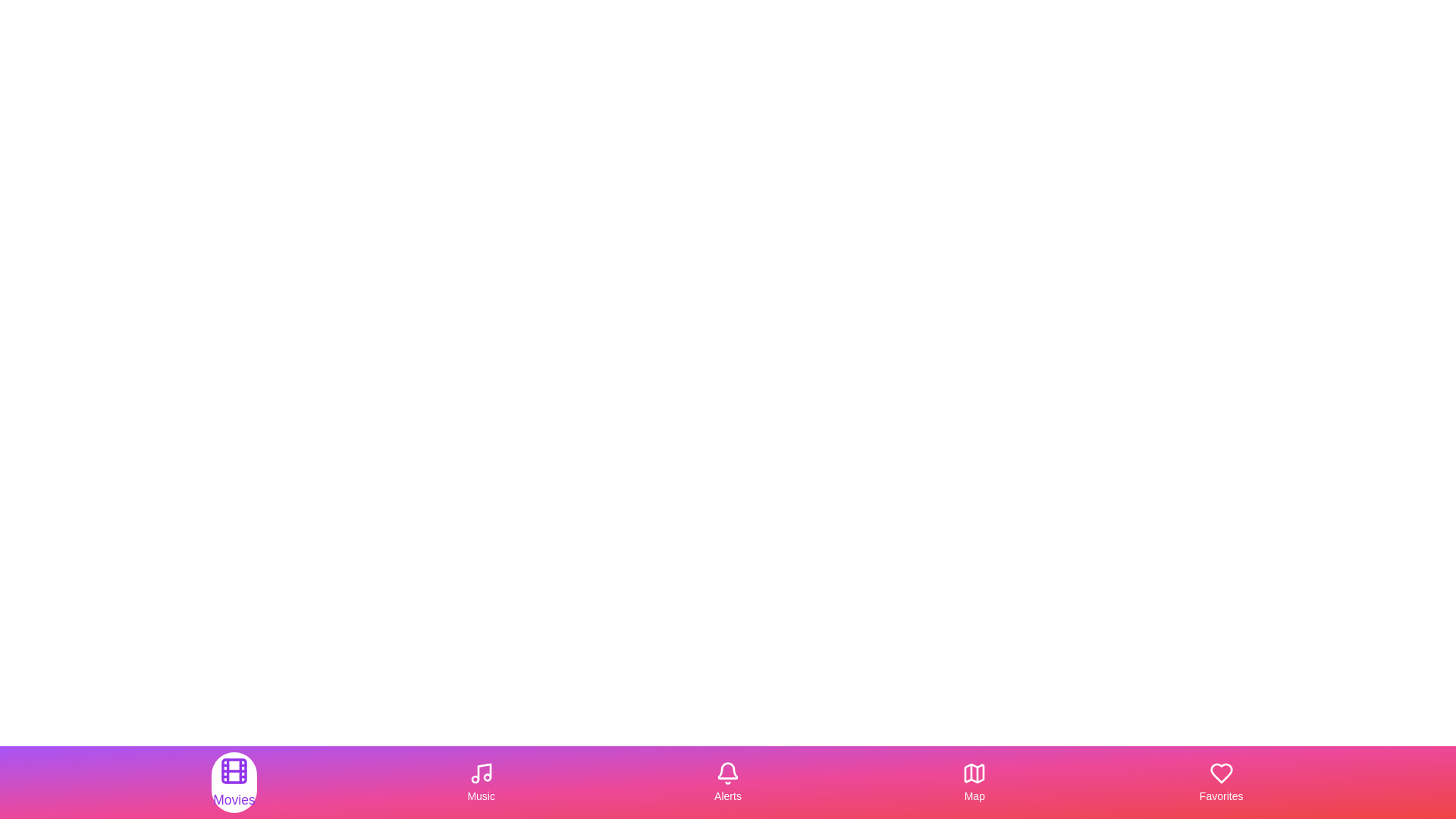  What do you see at coordinates (974, 783) in the screenshot?
I see `the tab labeled Map` at bounding box center [974, 783].